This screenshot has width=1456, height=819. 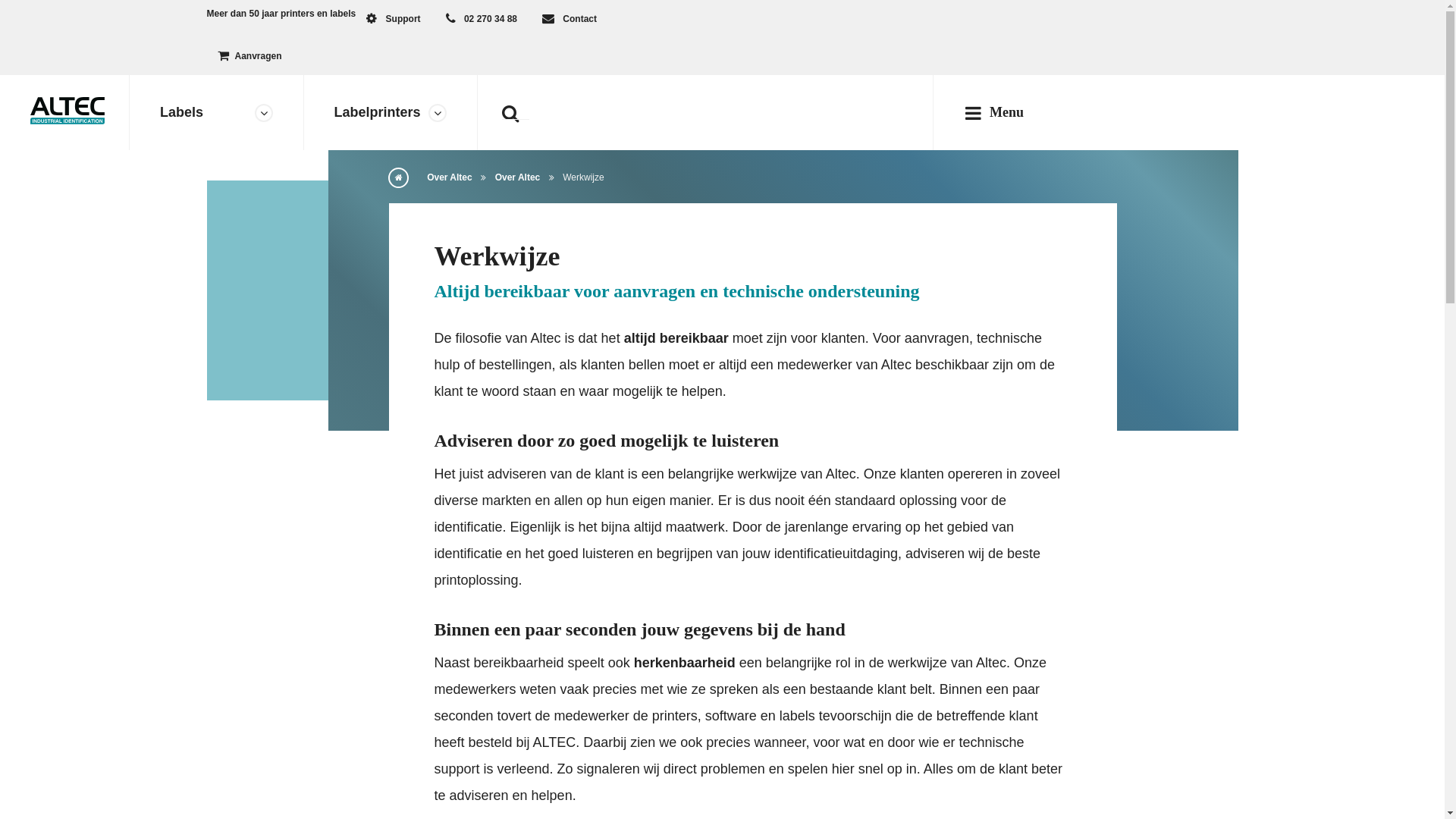 What do you see at coordinates (215, 111) in the screenshot?
I see `'Labels'` at bounding box center [215, 111].